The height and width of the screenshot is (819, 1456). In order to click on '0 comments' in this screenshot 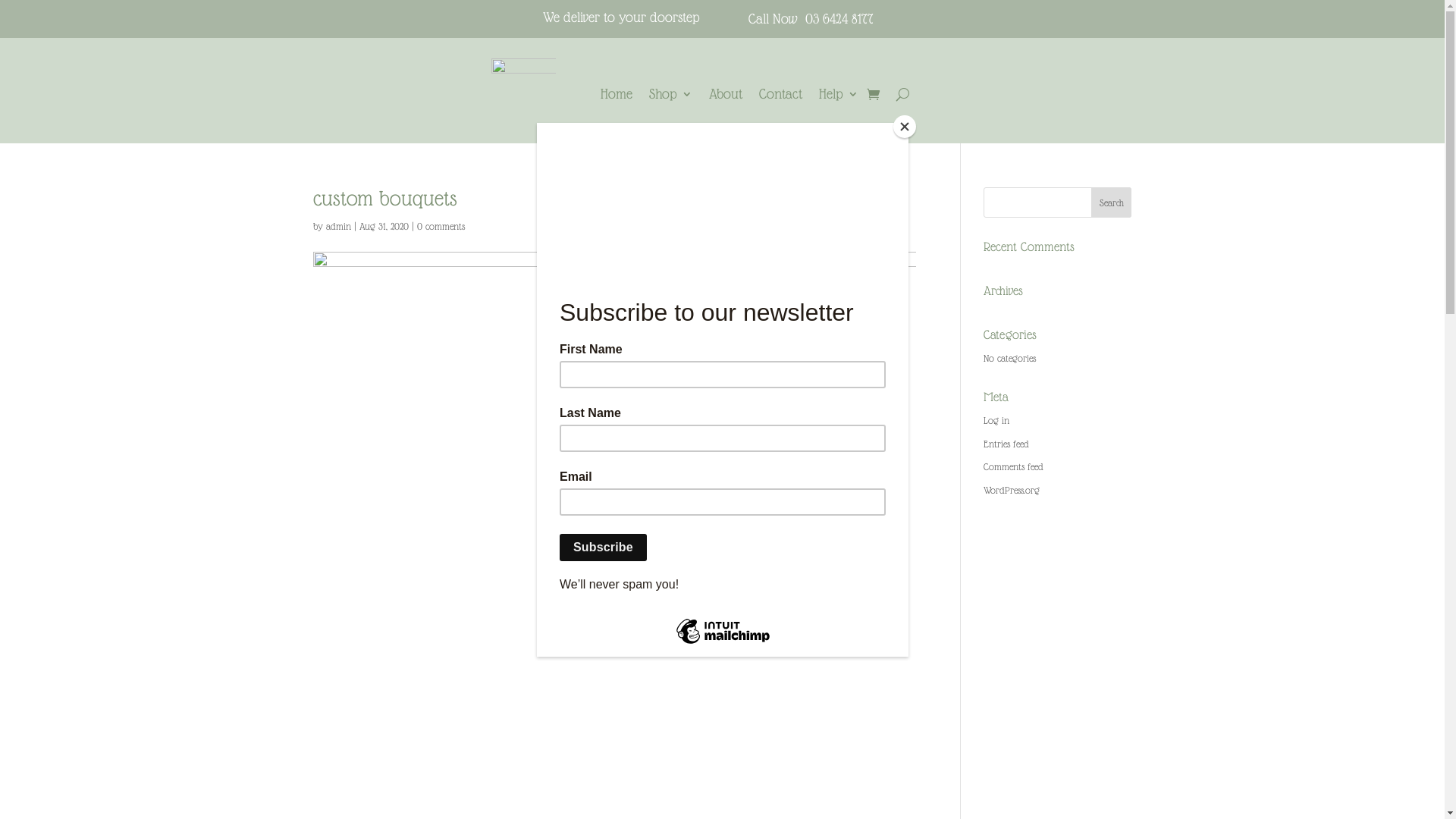, I will do `click(440, 226)`.